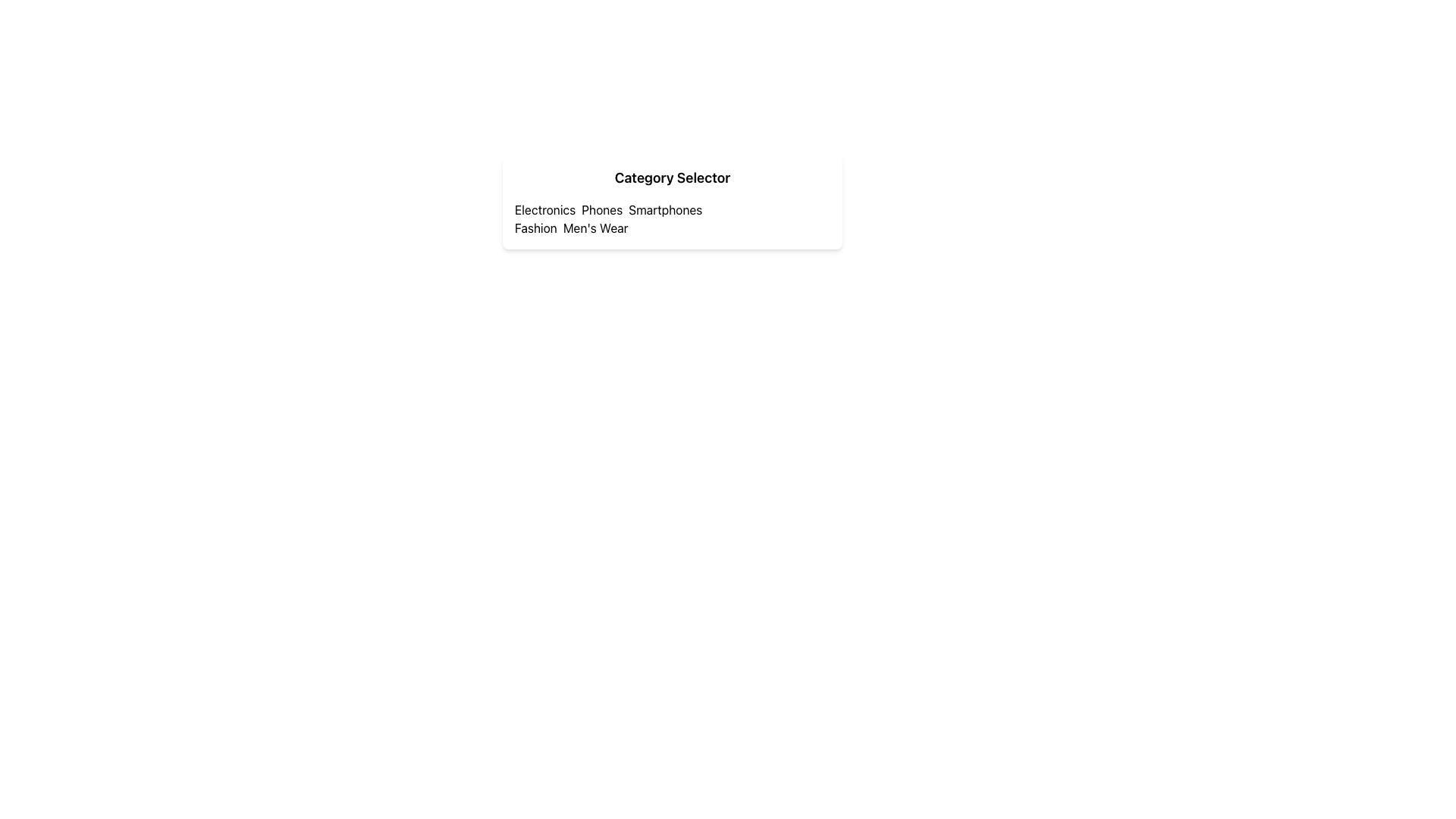 The width and height of the screenshot is (1456, 819). What do you see at coordinates (601, 210) in the screenshot?
I see `the text label displaying 'Phones'` at bounding box center [601, 210].